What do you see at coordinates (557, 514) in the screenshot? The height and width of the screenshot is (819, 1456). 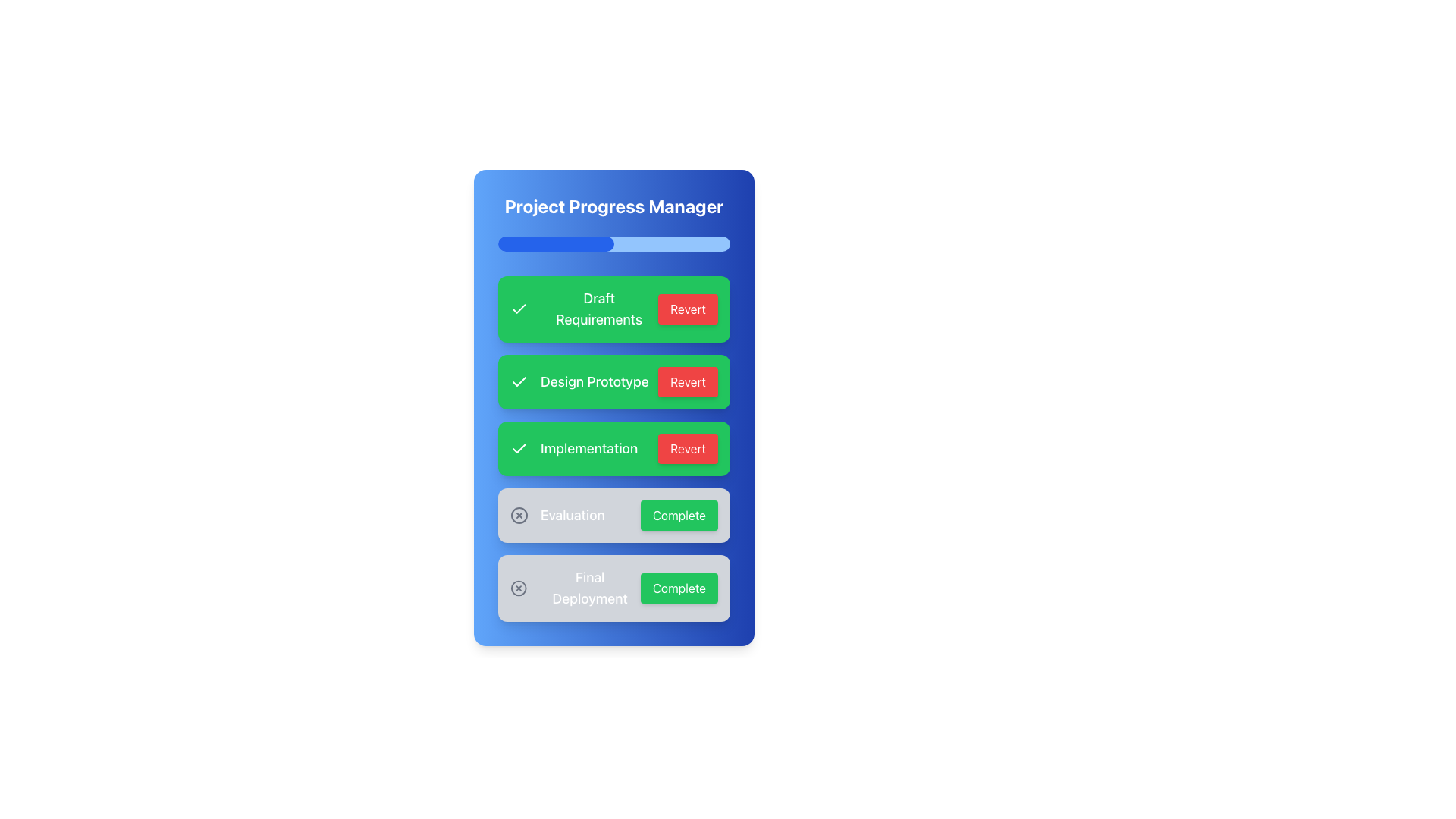 I see `the 'Evaluation' label with the icon, which is located in the fourth task card of the project progress interface, to the left of the 'Complete' button` at bounding box center [557, 514].